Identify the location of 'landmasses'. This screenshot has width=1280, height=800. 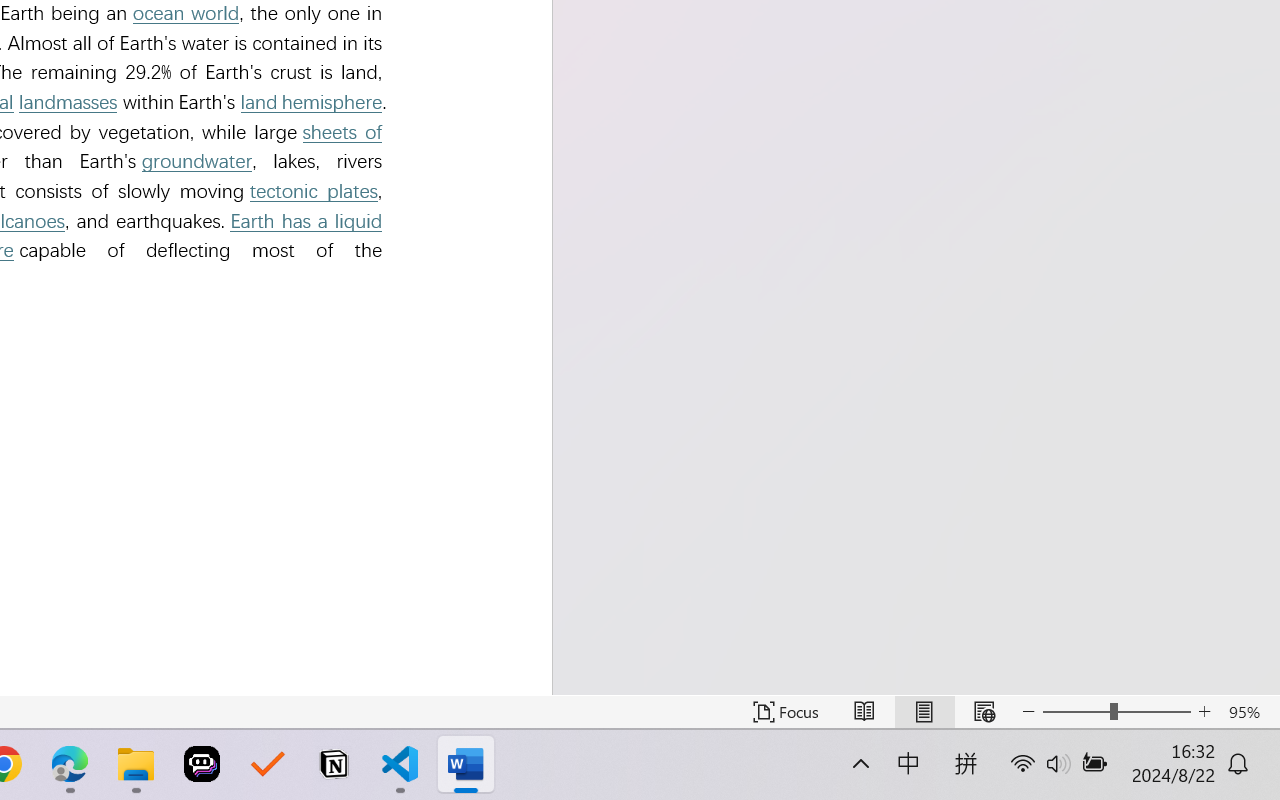
(67, 101).